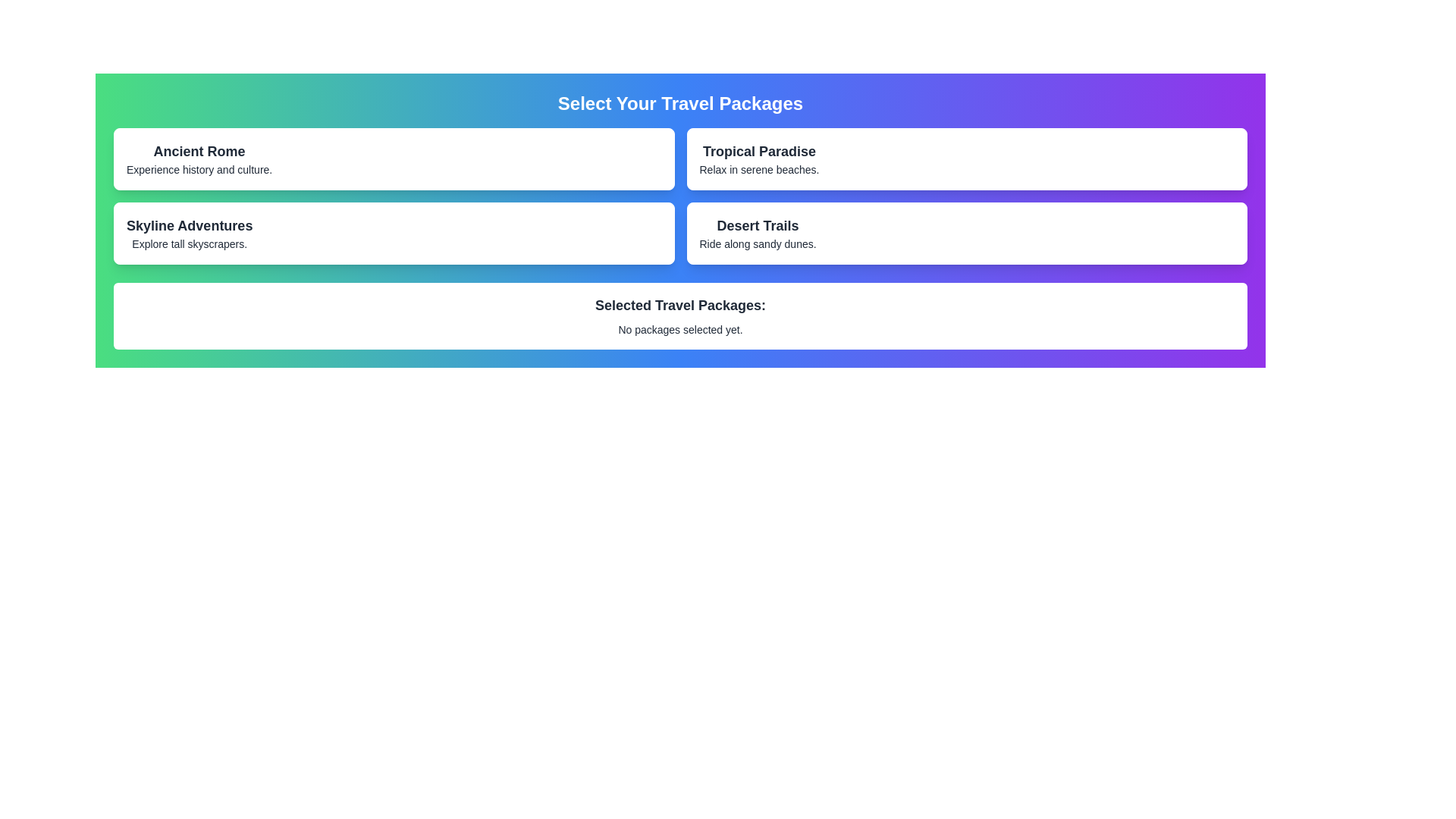 This screenshot has width=1456, height=819. I want to click on the clickable card labeled 'Tropical Paradise' that contains the description 'Relax in serene beaches.', so click(966, 158).